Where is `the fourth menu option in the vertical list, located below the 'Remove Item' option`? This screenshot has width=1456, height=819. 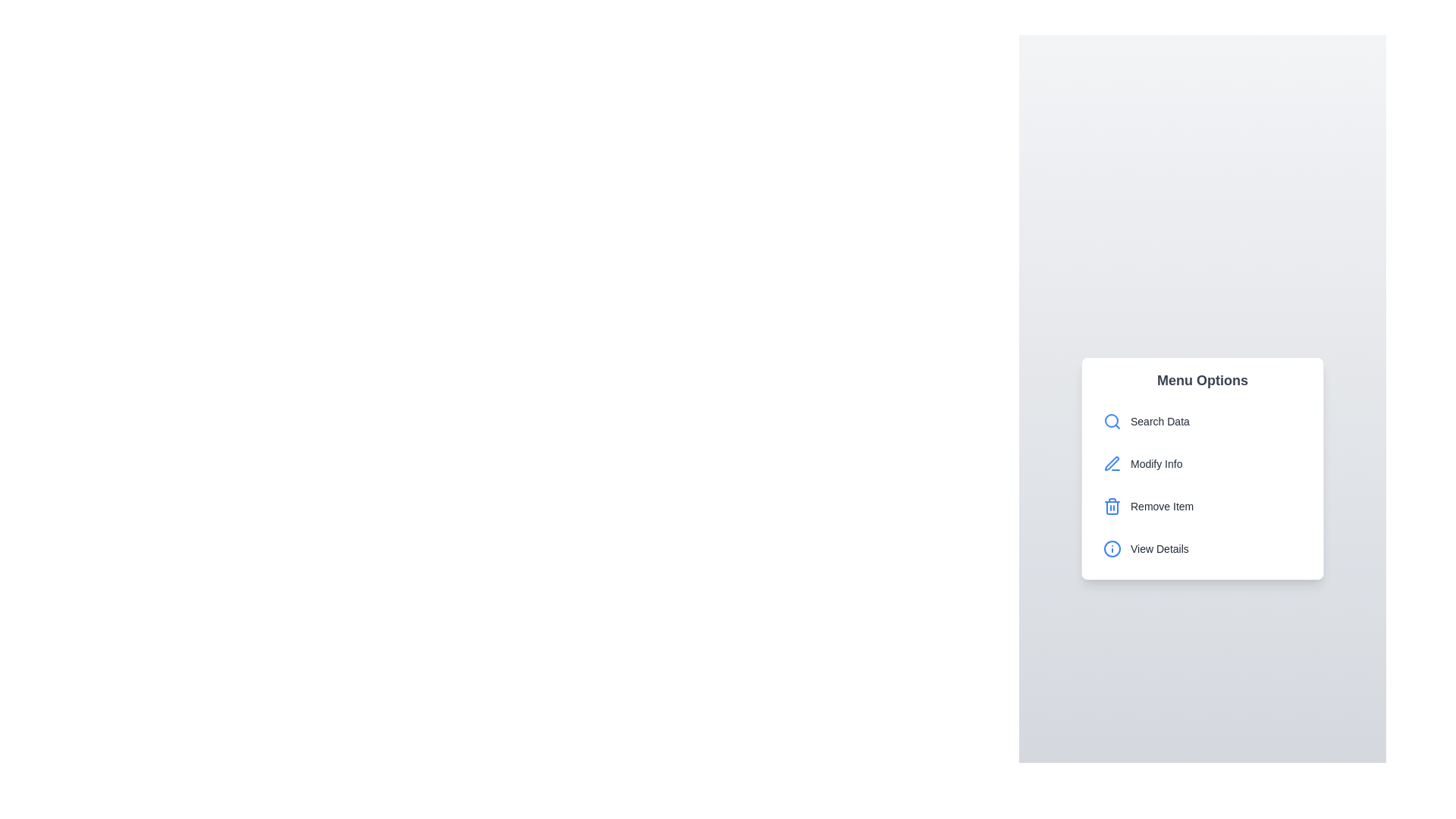 the fourth menu option in the vertical list, located below the 'Remove Item' option is located at coordinates (1201, 549).